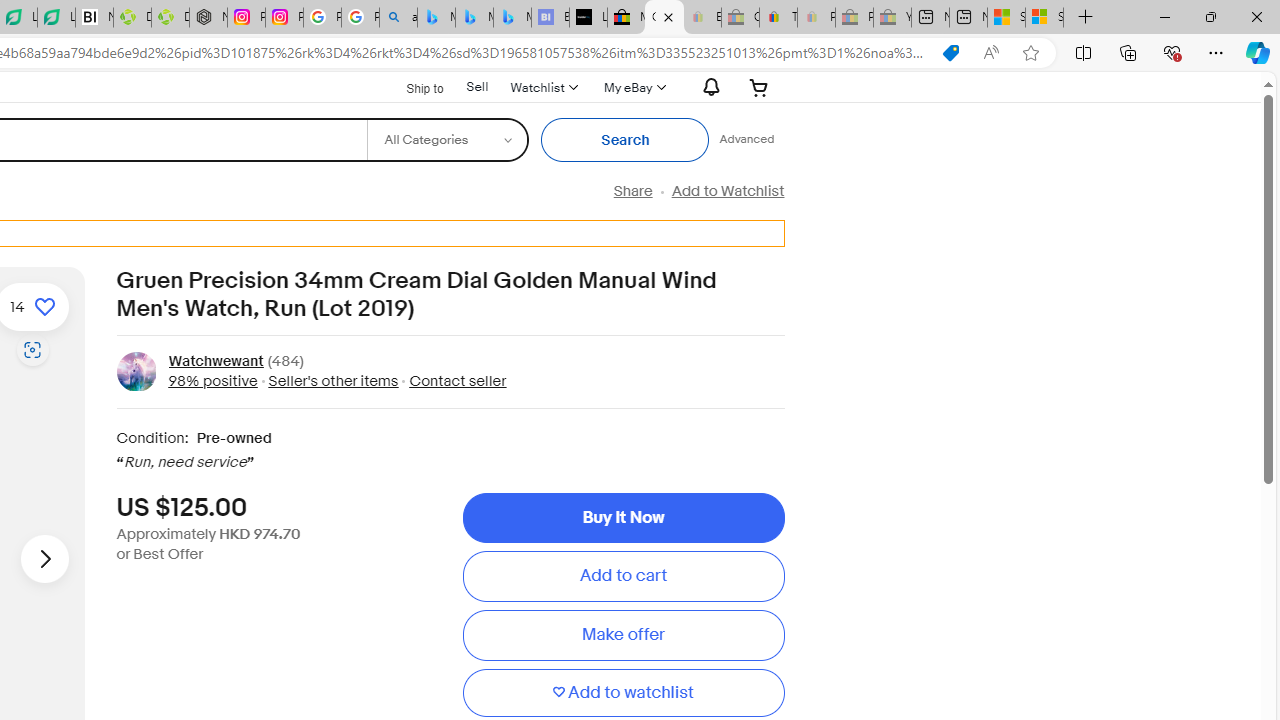  I want to click on '  Seller', so click(328, 380).